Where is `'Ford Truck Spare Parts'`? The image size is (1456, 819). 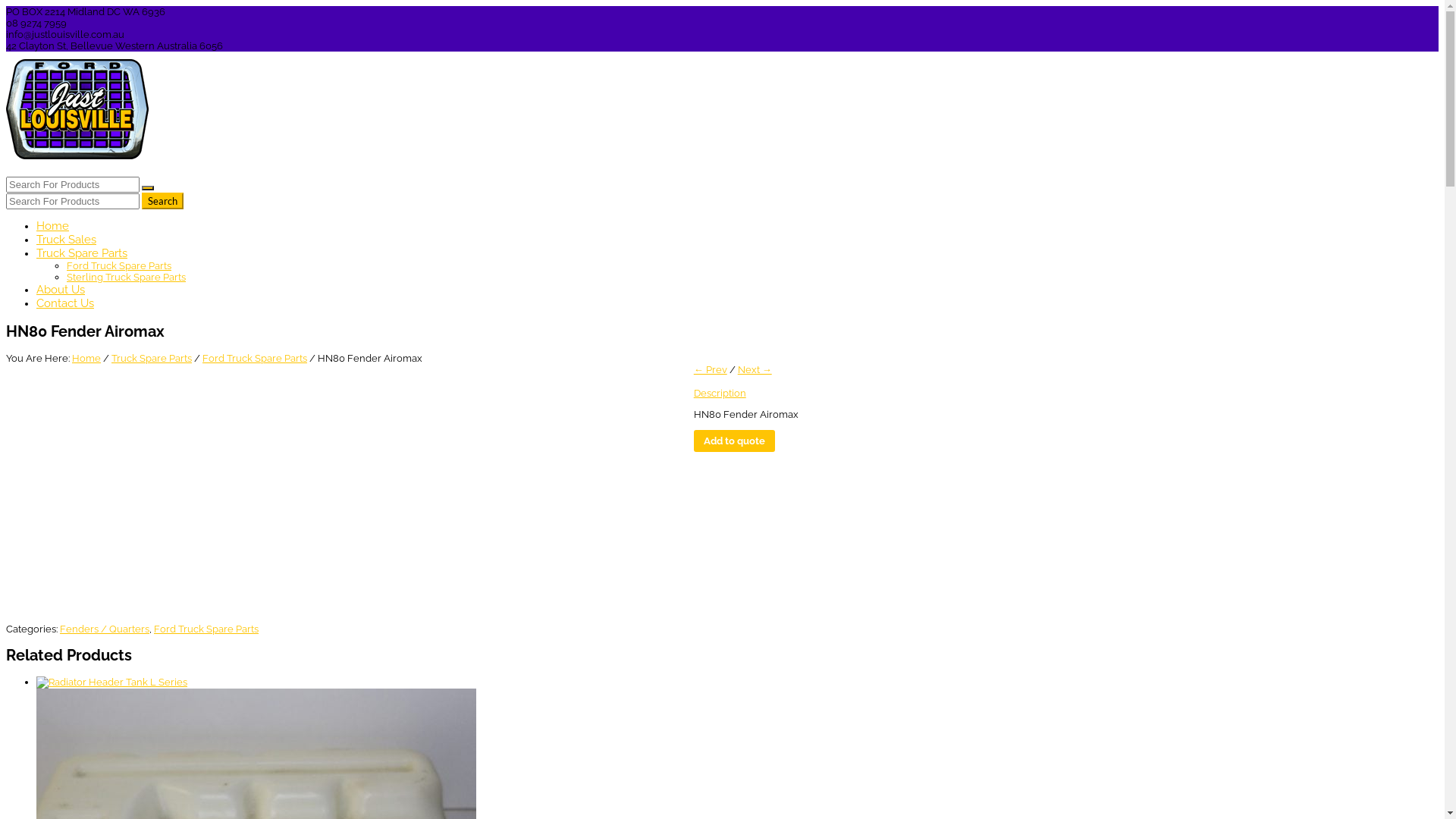 'Ford Truck Spare Parts' is located at coordinates (255, 358).